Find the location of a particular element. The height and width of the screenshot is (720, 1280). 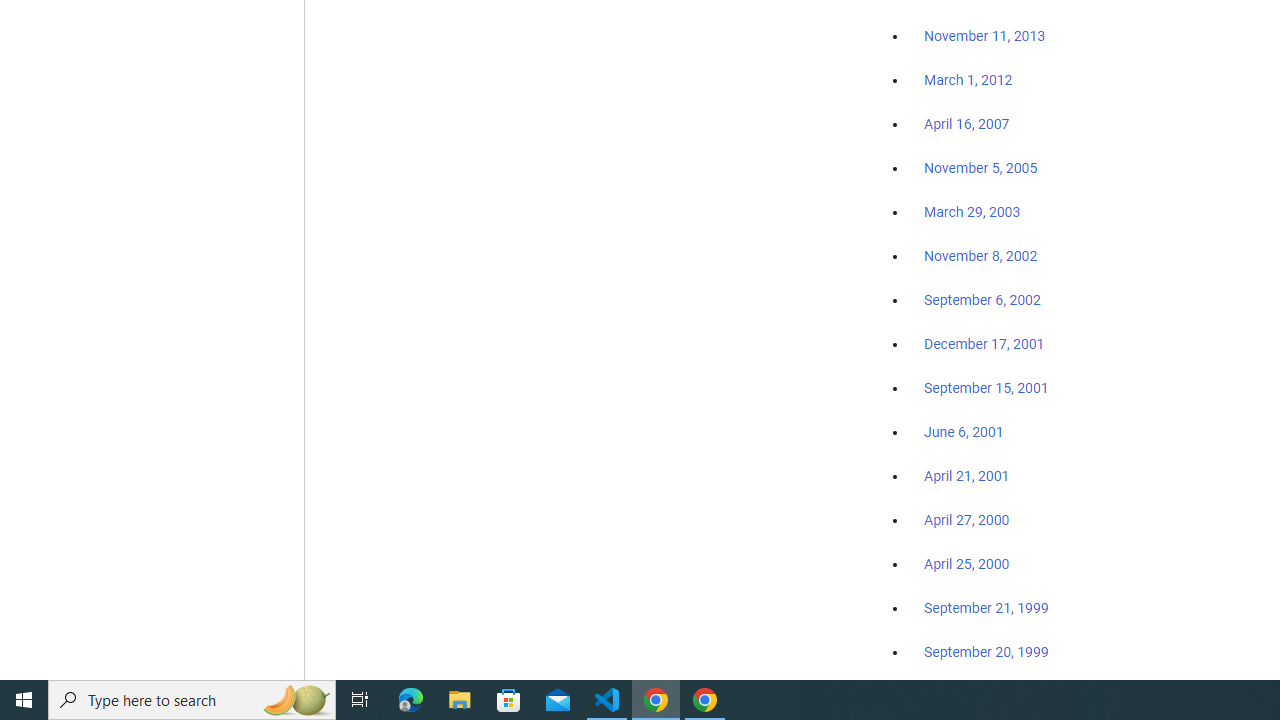

'September 15, 2001' is located at coordinates (986, 387).